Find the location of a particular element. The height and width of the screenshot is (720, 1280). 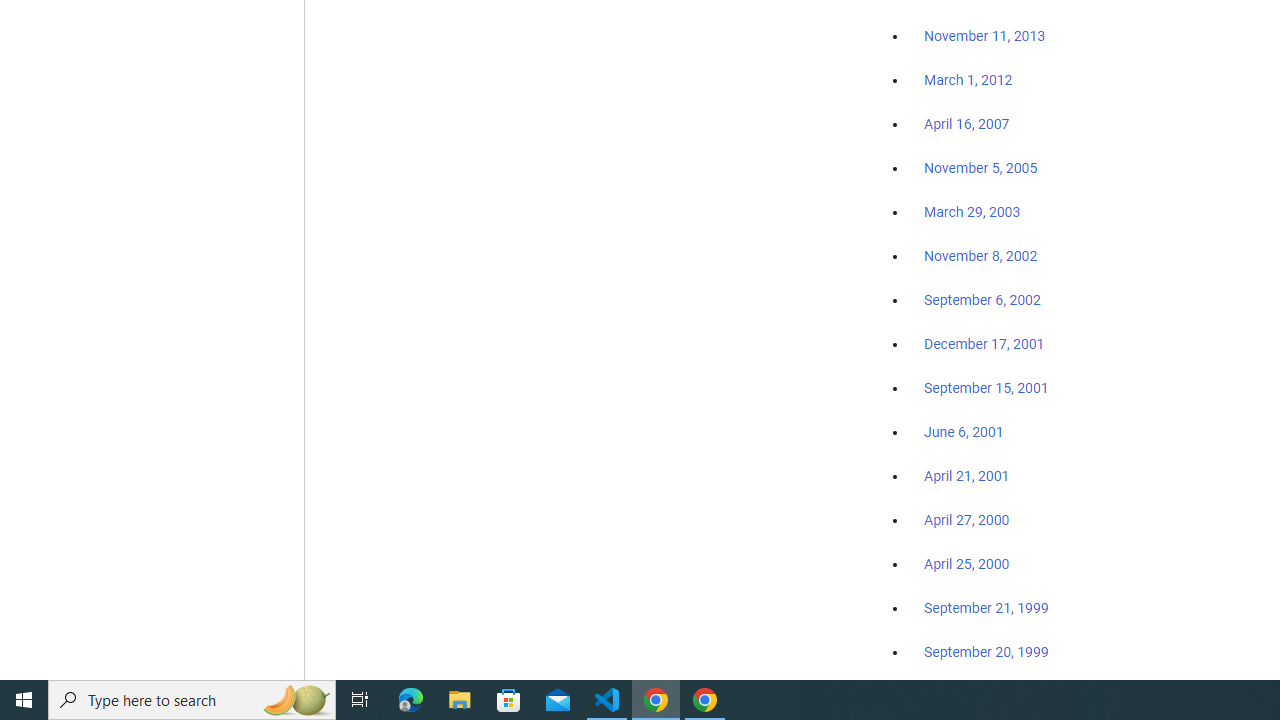

'September 15, 2001' is located at coordinates (986, 387).